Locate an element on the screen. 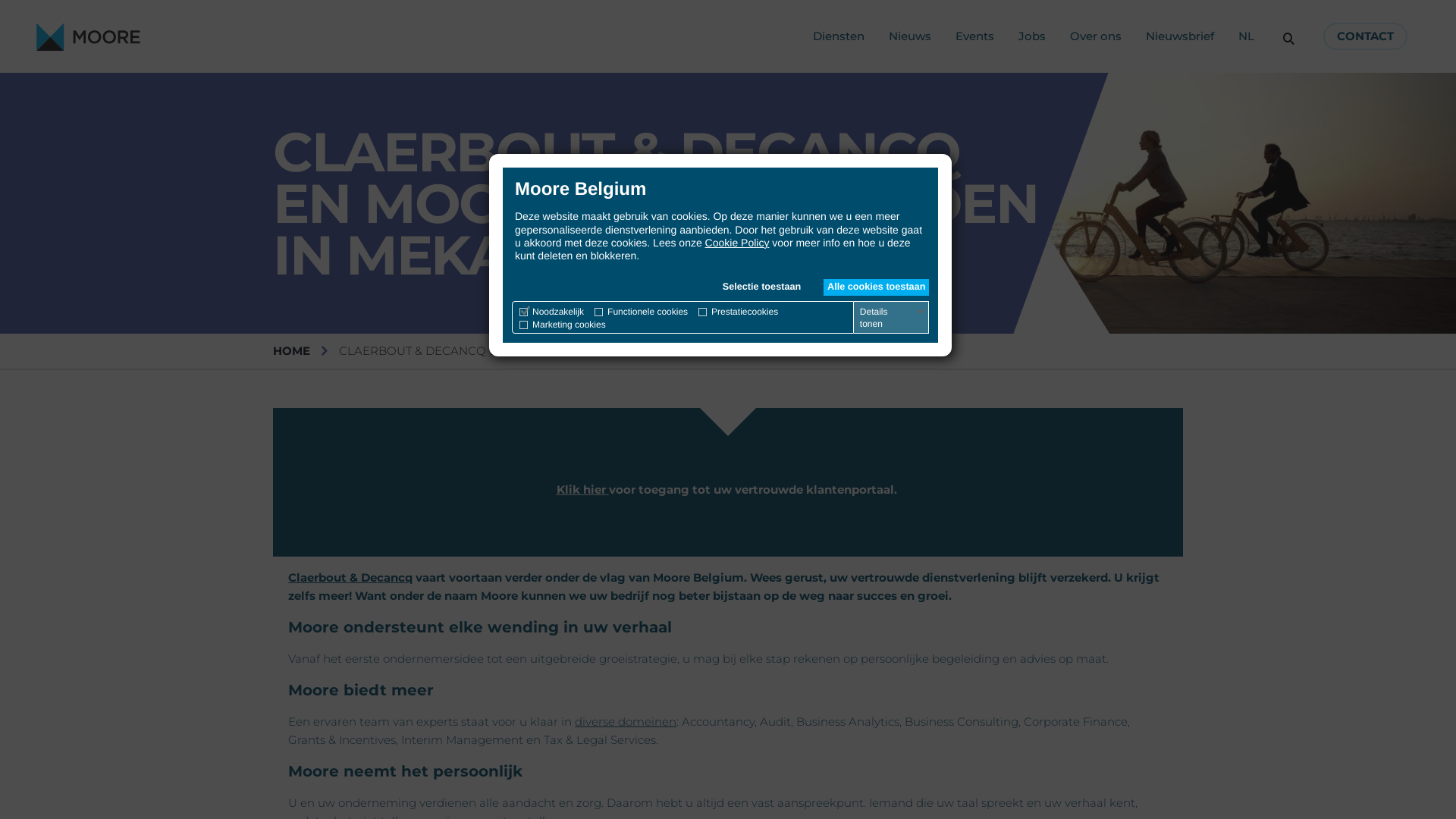 Image resolution: width=1456 pixels, height=819 pixels. 'NL' is located at coordinates (1246, 35).